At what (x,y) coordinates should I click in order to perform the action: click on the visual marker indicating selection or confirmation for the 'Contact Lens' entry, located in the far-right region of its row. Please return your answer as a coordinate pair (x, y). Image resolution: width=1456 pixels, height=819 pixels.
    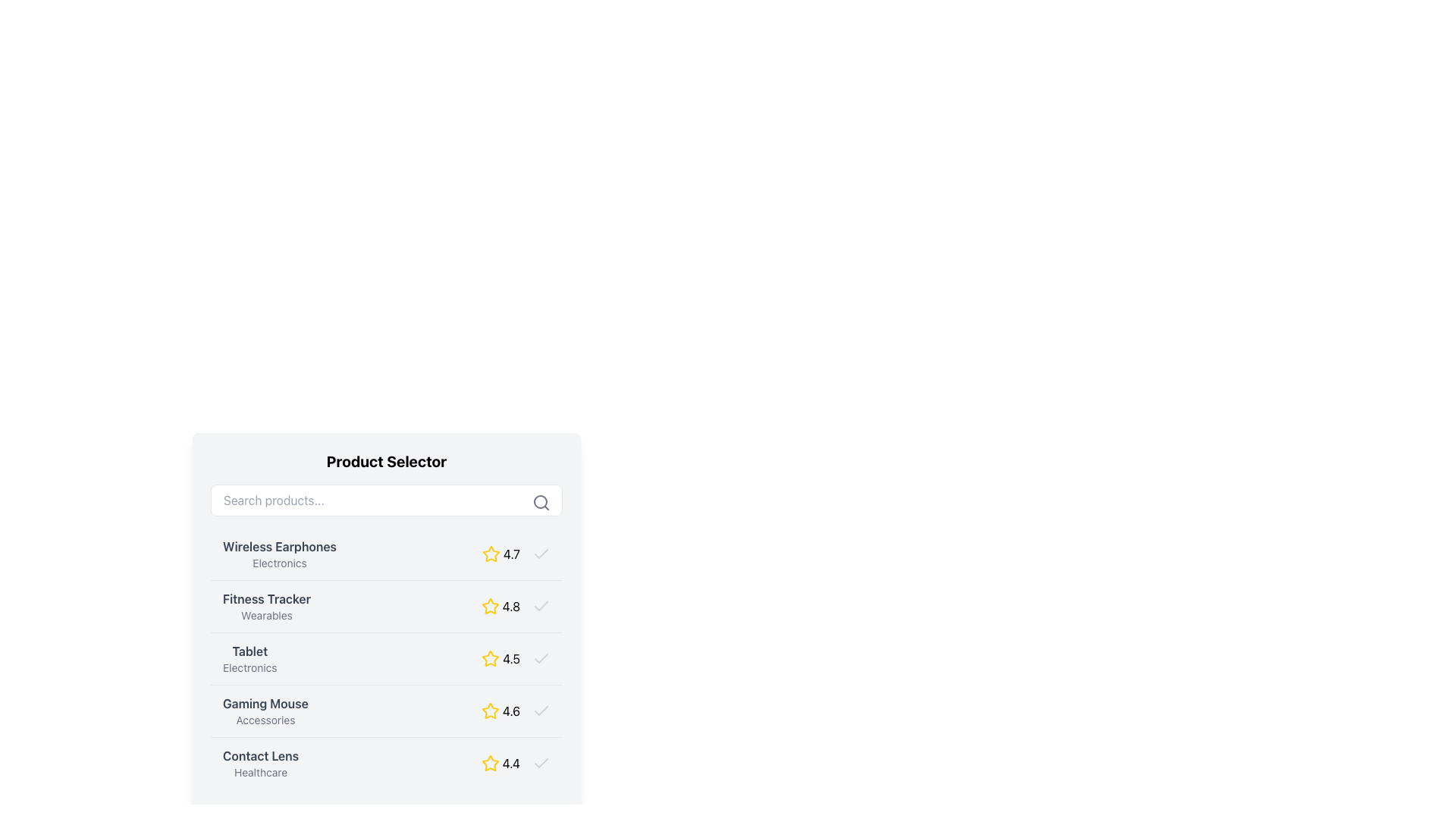
    Looking at the image, I should click on (541, 763).